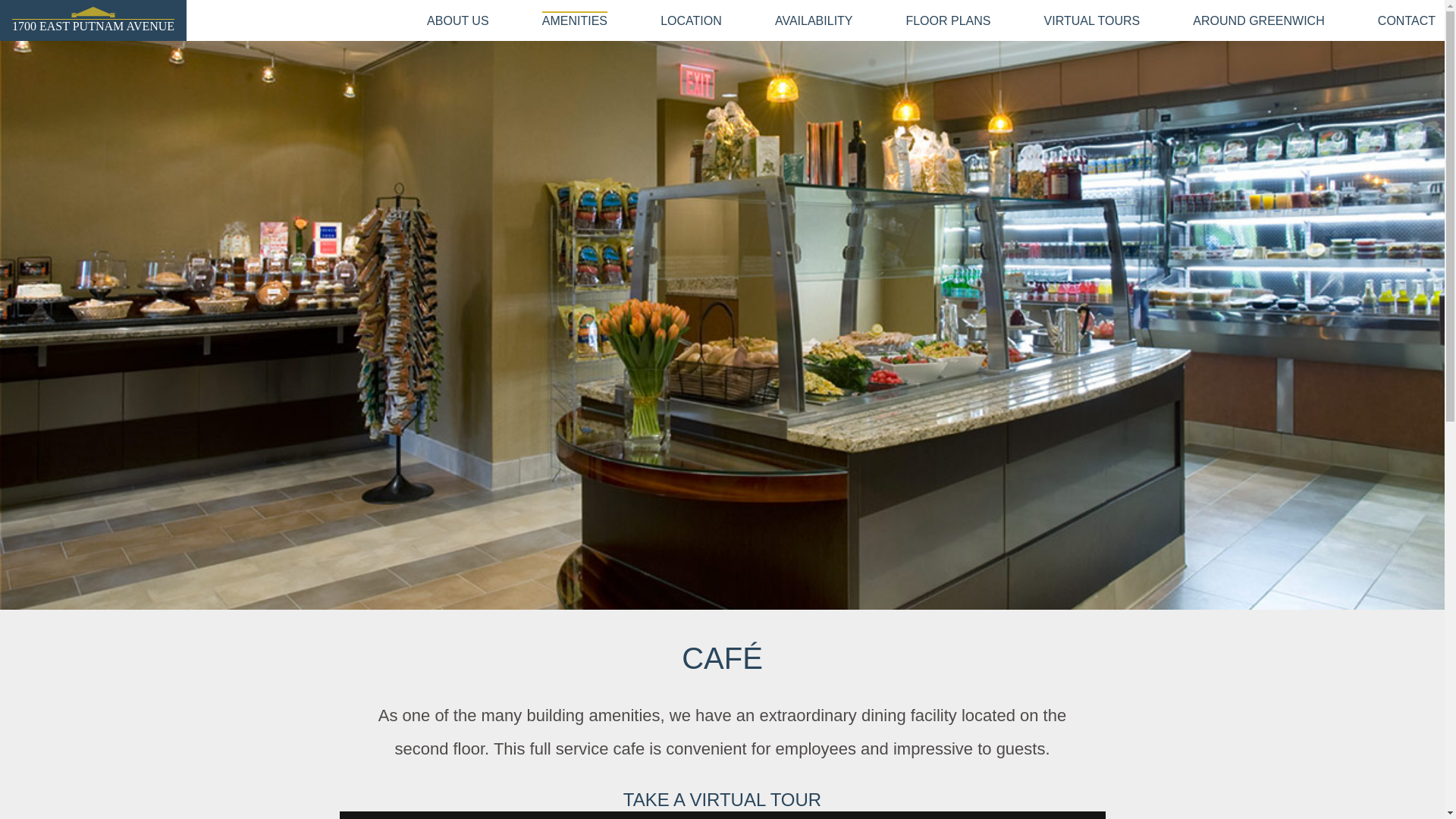 The height and width of the screenshot is (819, 1456). What do you see at coordinates (1258, 20) in the screenshot?
I see `'AROUND GREENWICH'` at bounding box center [1258, 20].